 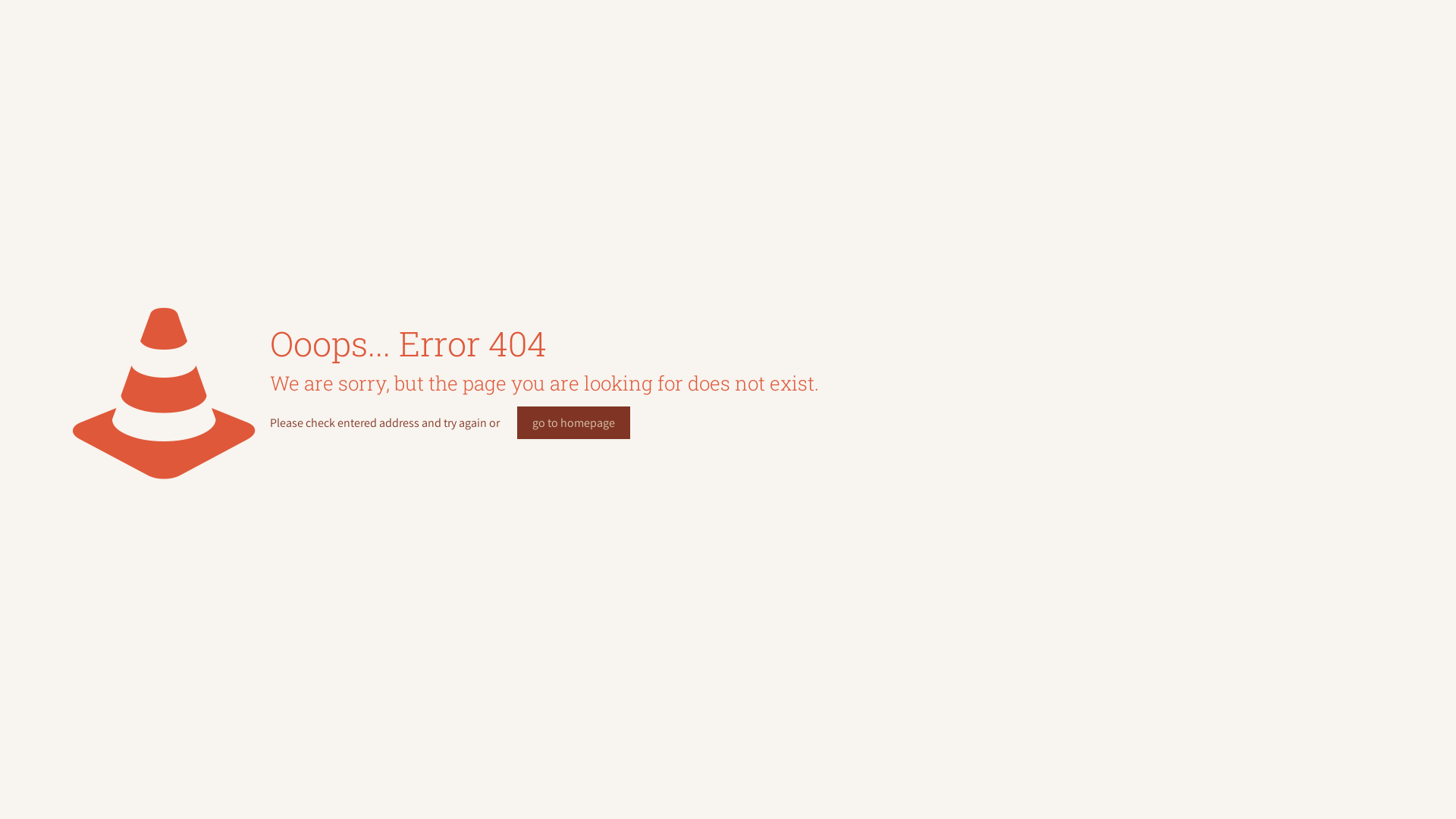 What do you see at coordinates (573, 422) in the screenshot?
I see `'go to homepage'` at bounding box center [573, 422].